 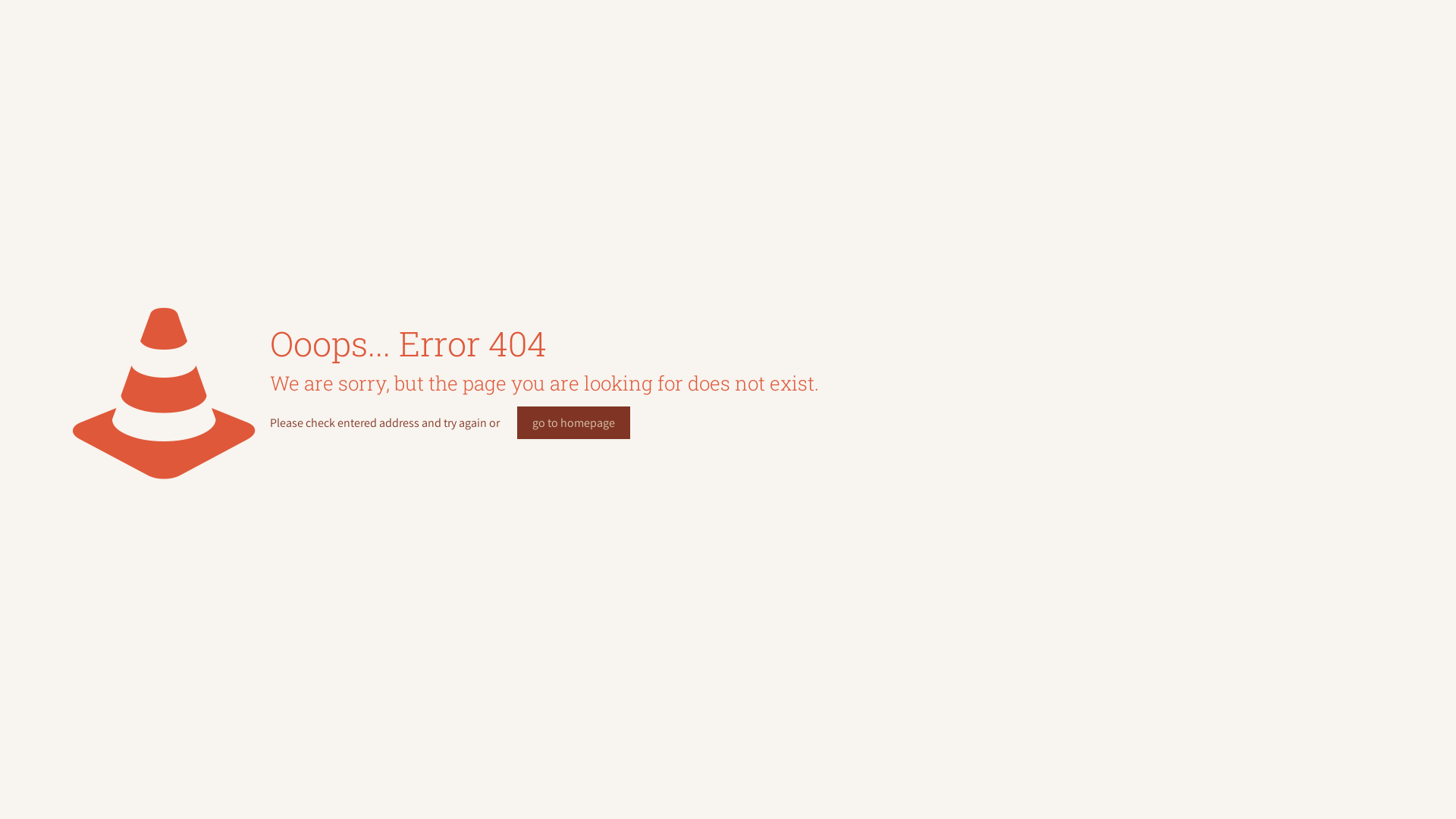 What do you see at coordinates (573, 422) in the screenshot?
I see `'go to homepage'` at bounding box center [573, 422].